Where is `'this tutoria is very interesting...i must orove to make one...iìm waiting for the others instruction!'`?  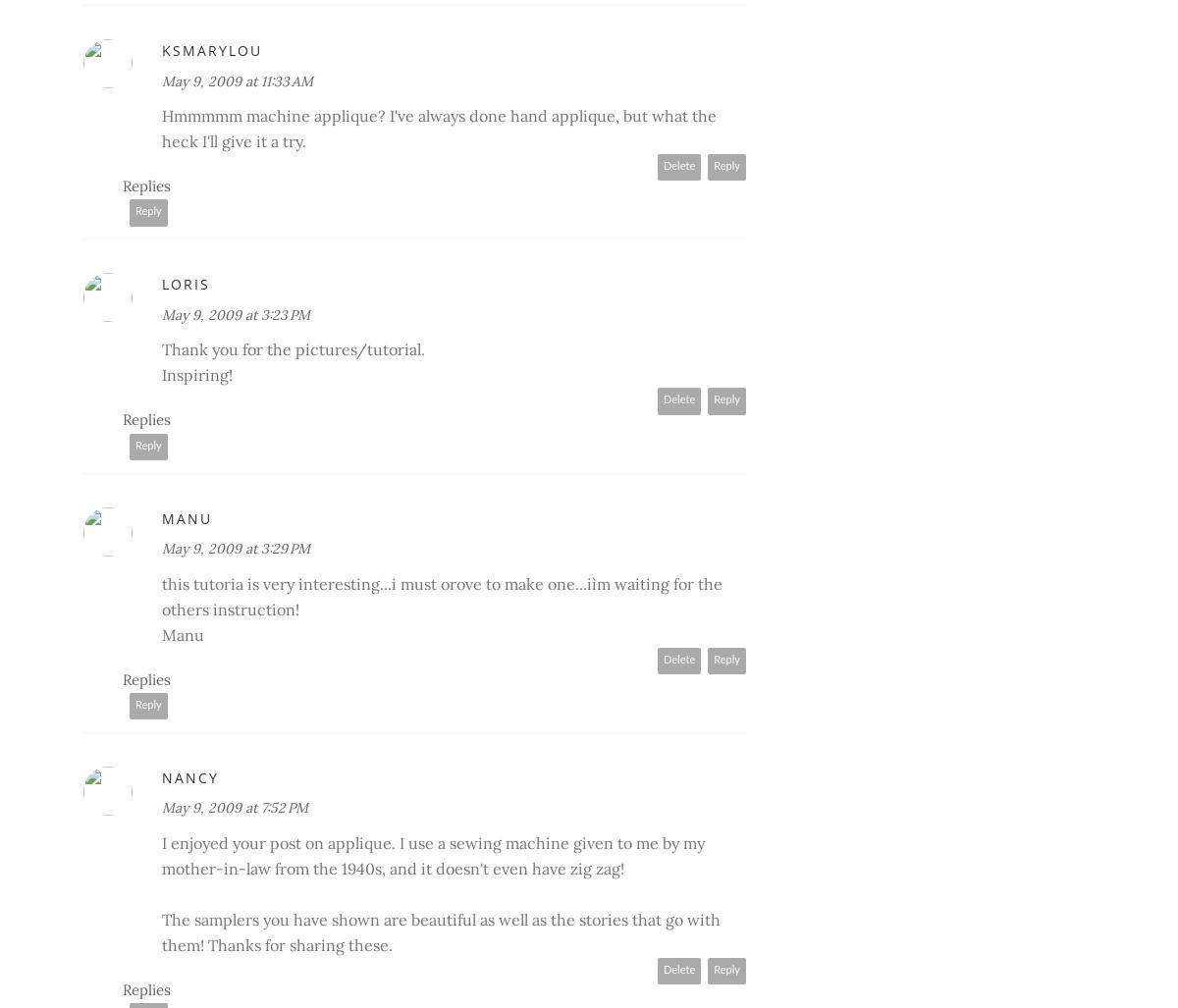
'this tutoria is very interesting...i must orove to make one...iìm waiting for the others instruction!' is located at coordinates (442, 595).